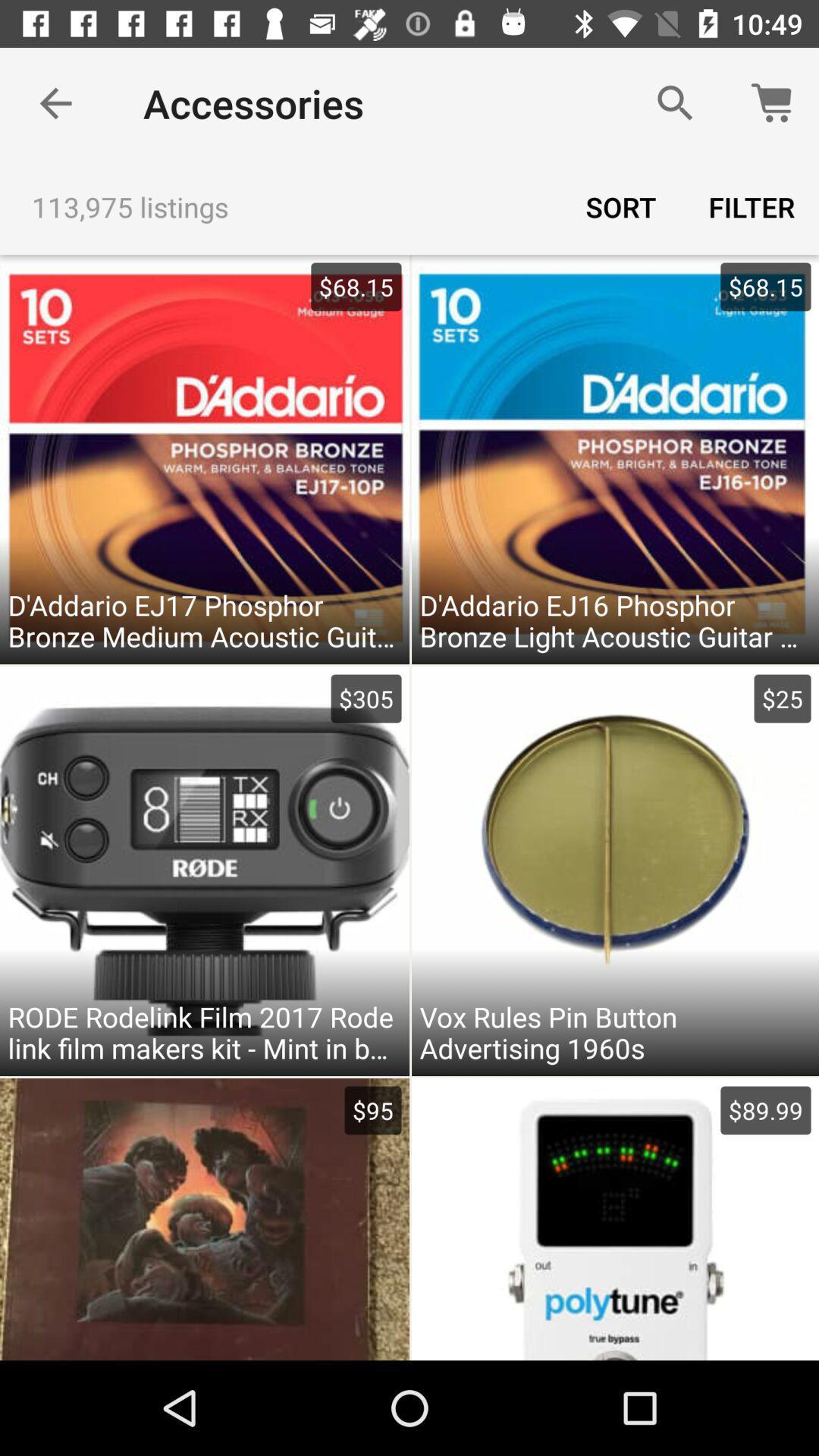  What do you see at coordinates (620, 206) in the screenshot?
I see `the item next to the 113,975 listings` at bounding box center [620, 206].